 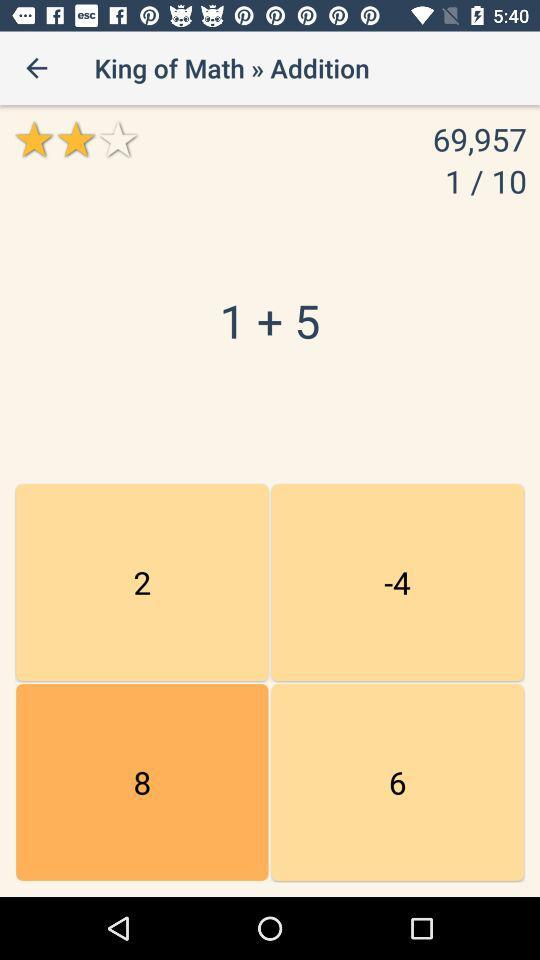 I want to click on 16 item, so click(x=397, y=782).